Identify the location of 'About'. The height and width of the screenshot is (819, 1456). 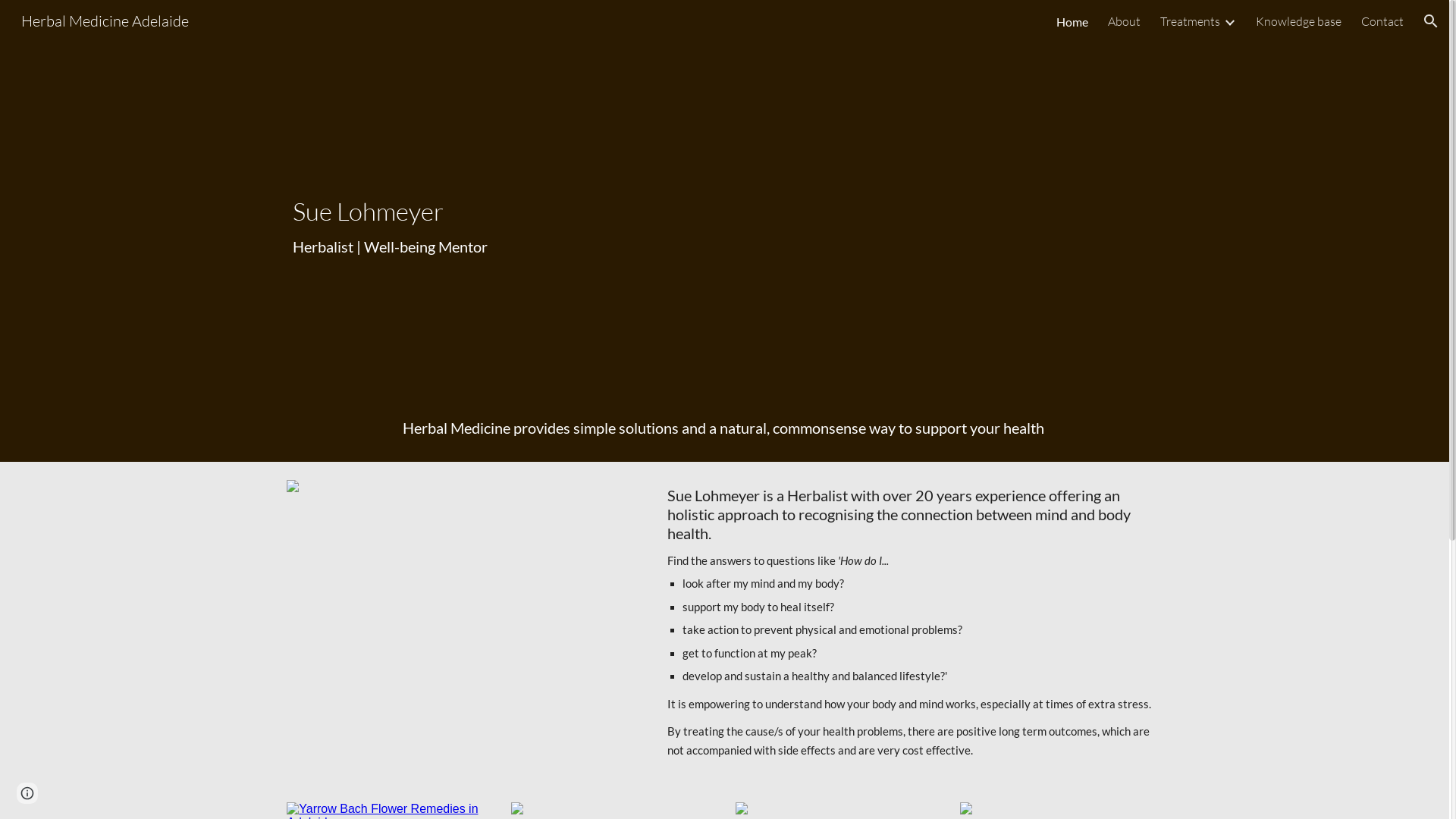
(1107, 20).